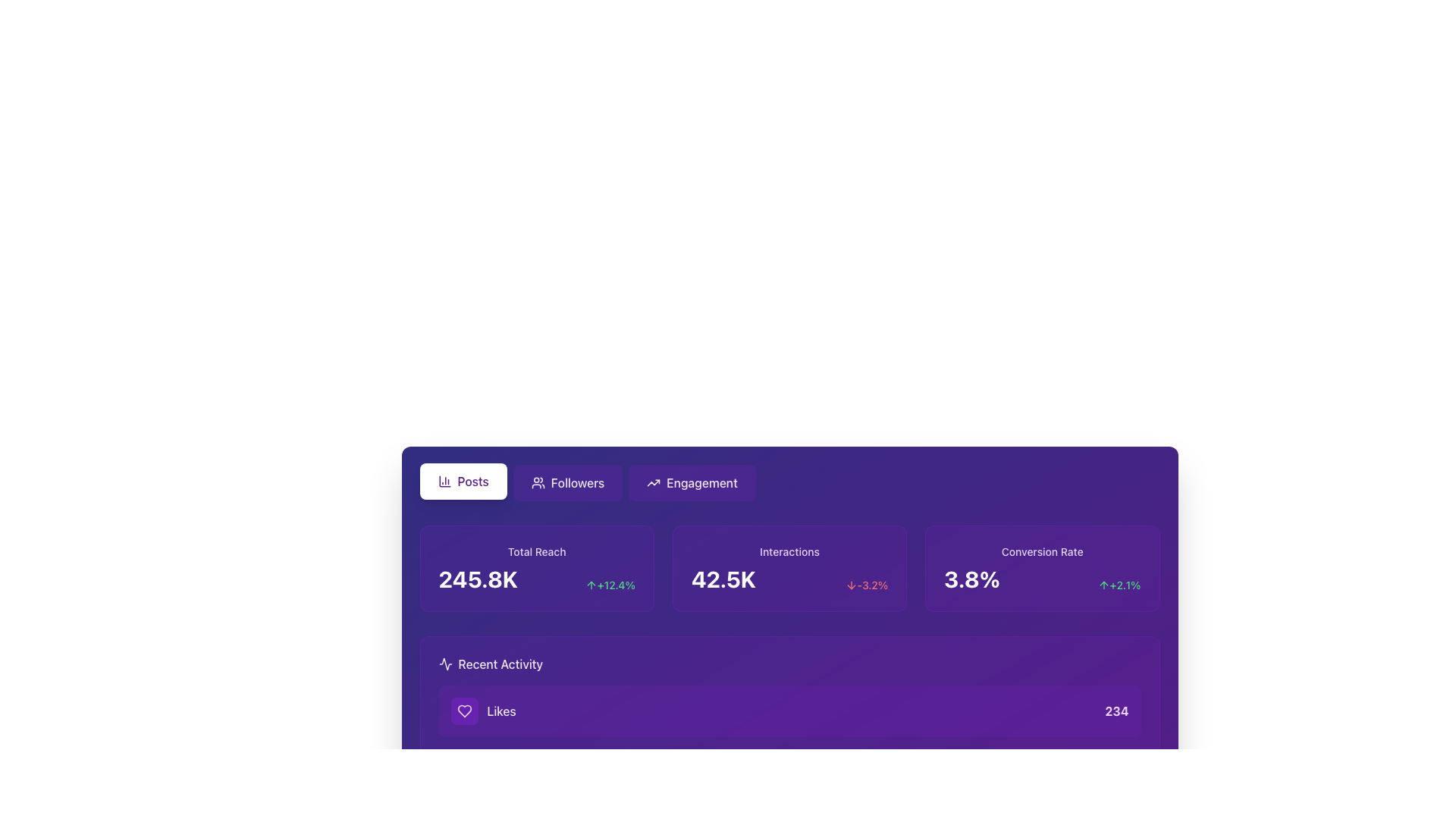 This screenshot has width=1456, height=819. I want to click on the upward trend icon in the 'Total Reach' section that visually represents a positive growth, associated with the text '+12.4%', so click(590, 584).